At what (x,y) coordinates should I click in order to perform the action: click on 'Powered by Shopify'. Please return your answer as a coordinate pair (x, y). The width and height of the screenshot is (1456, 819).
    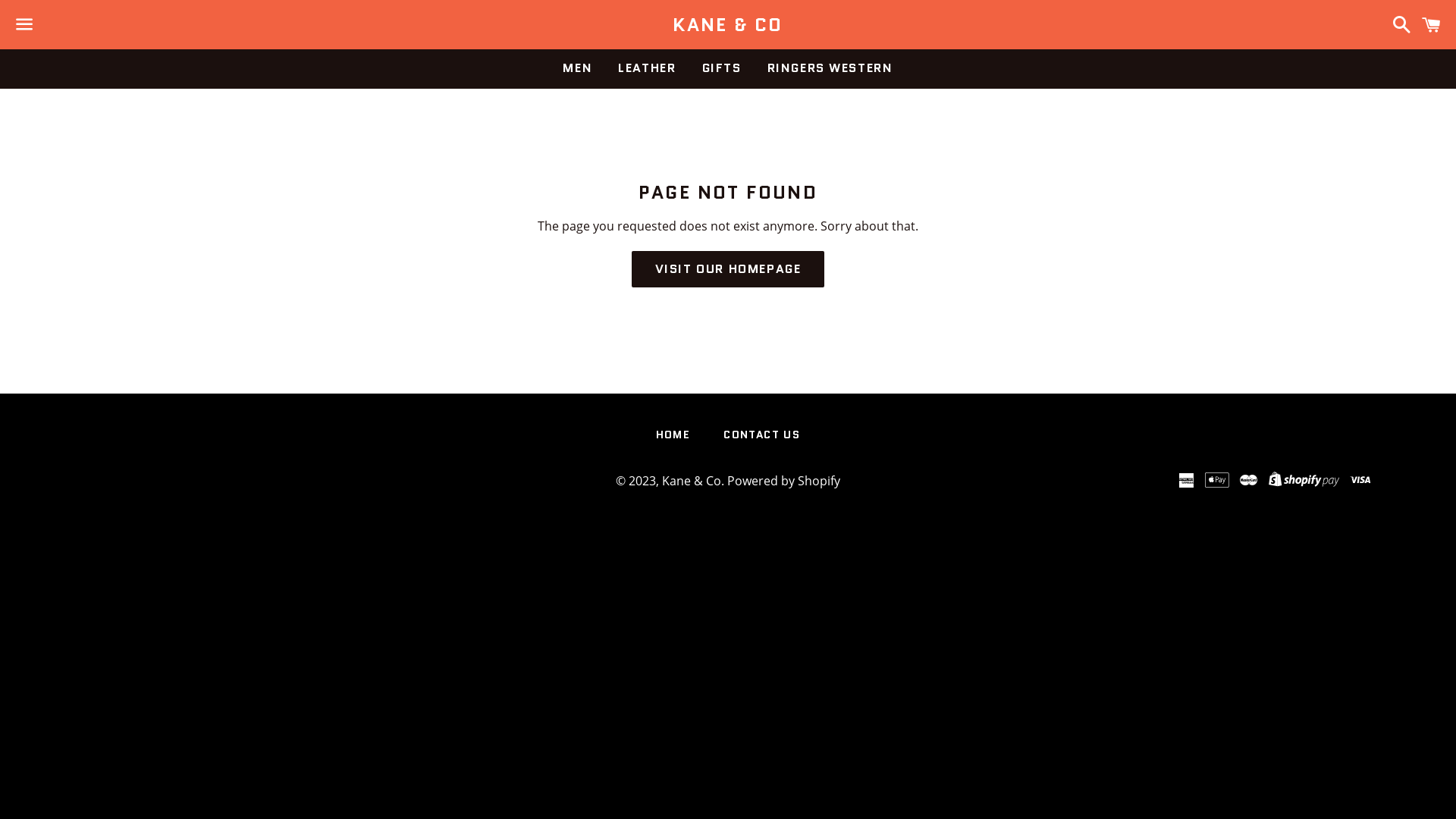
    Looking at the image, I should click on (783, 480).